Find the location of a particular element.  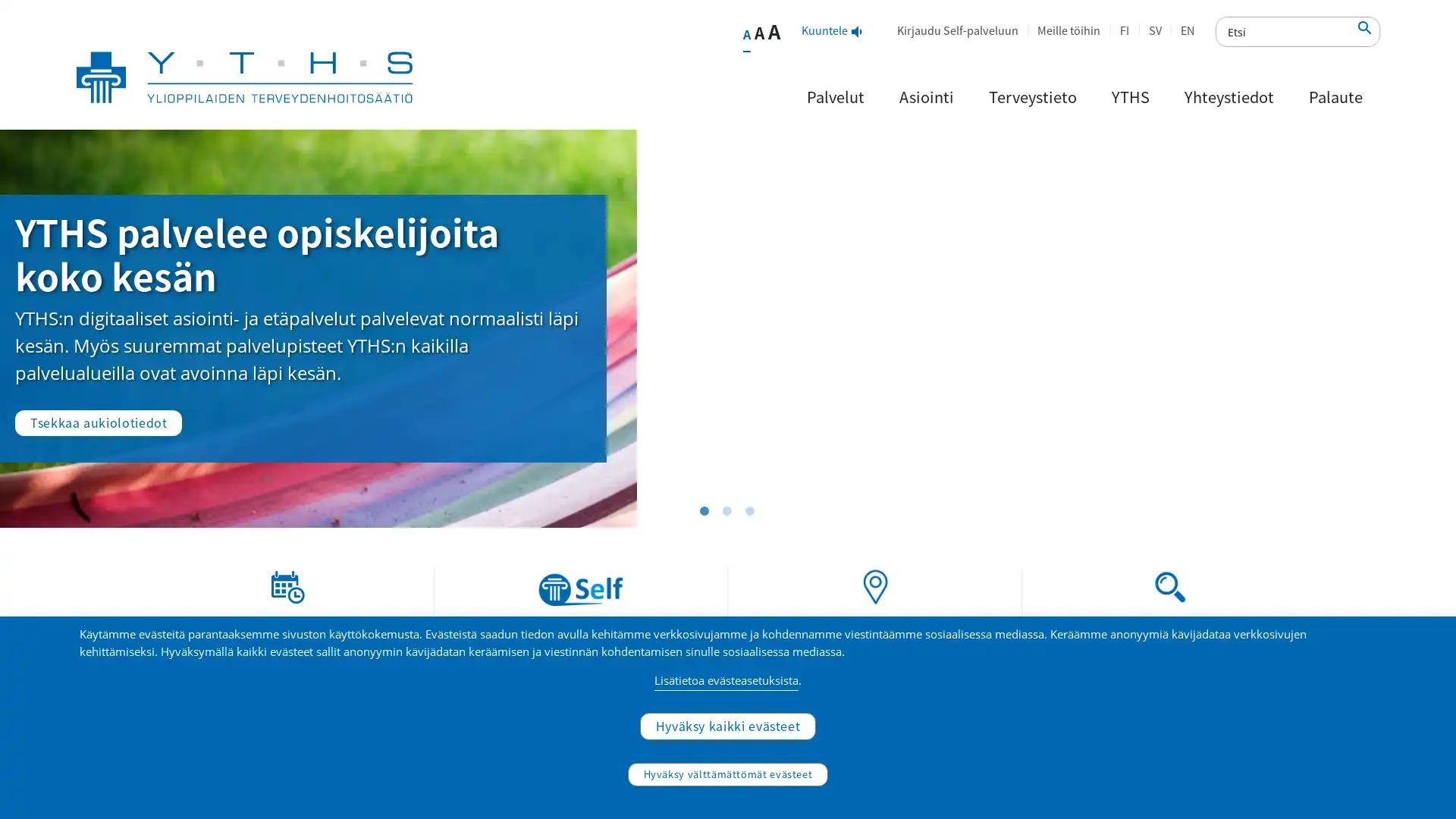

Hyvaksy valttamattomat evasteet is located at coordinates (726, 774).